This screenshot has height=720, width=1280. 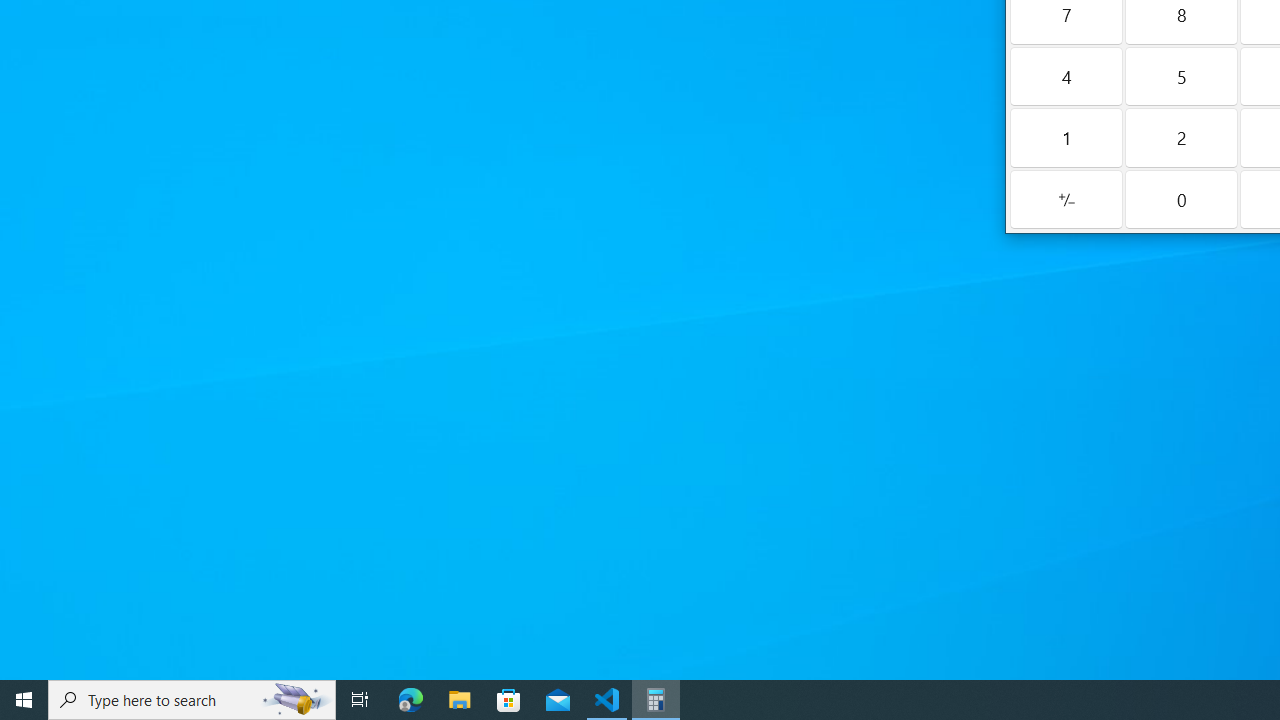 What do you see at coordinates (1065, 75) in the screenshot?
I see `'Four'` at bounding box center [1065, 75].